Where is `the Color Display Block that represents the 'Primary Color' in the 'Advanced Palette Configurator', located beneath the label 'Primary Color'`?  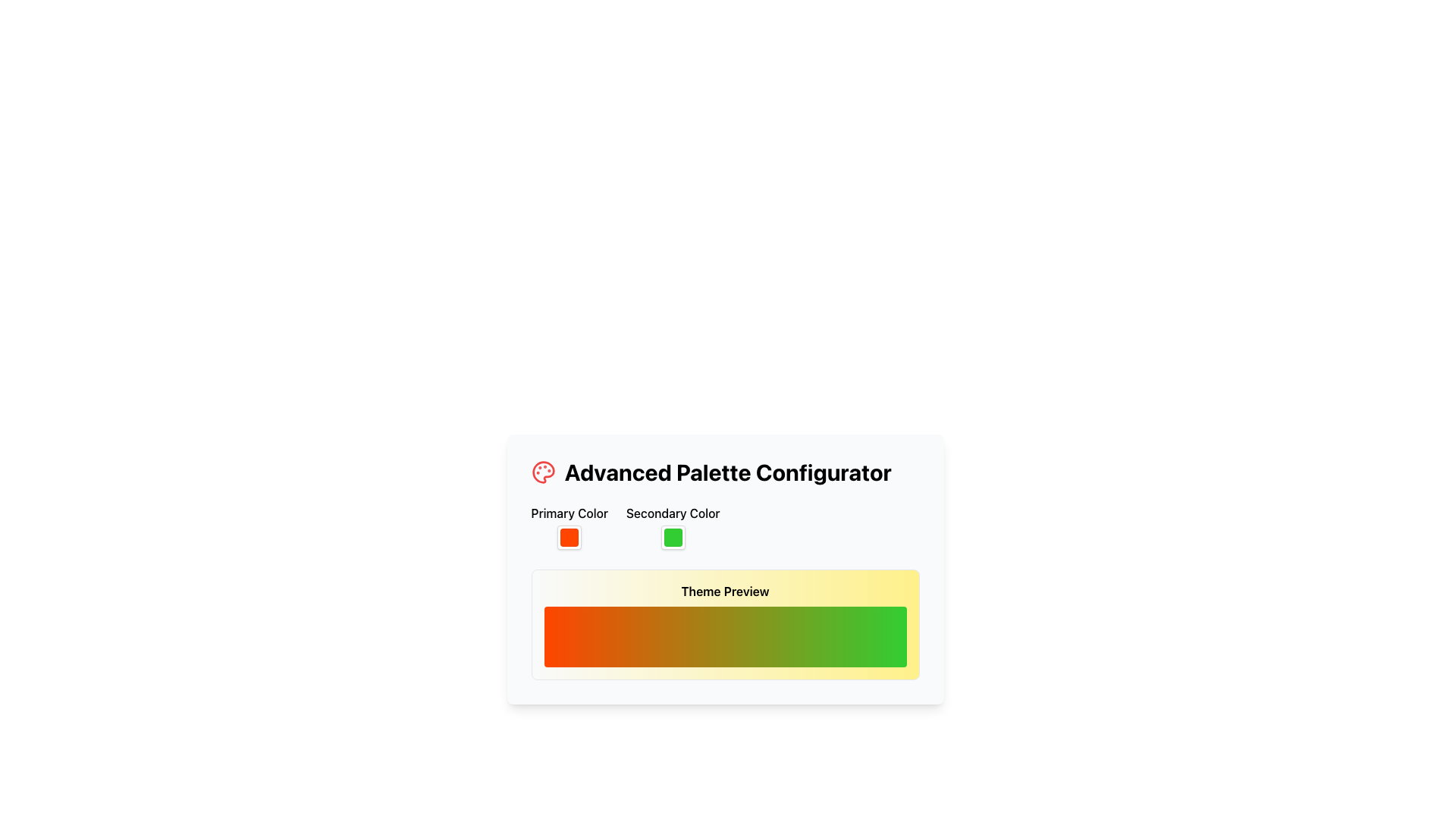 the Color Display Block that represents the 'Primary Color' in the 'Advanced Palette Configurator', located beneath the label 'Primary Color' is located at coordinates (569, 537).